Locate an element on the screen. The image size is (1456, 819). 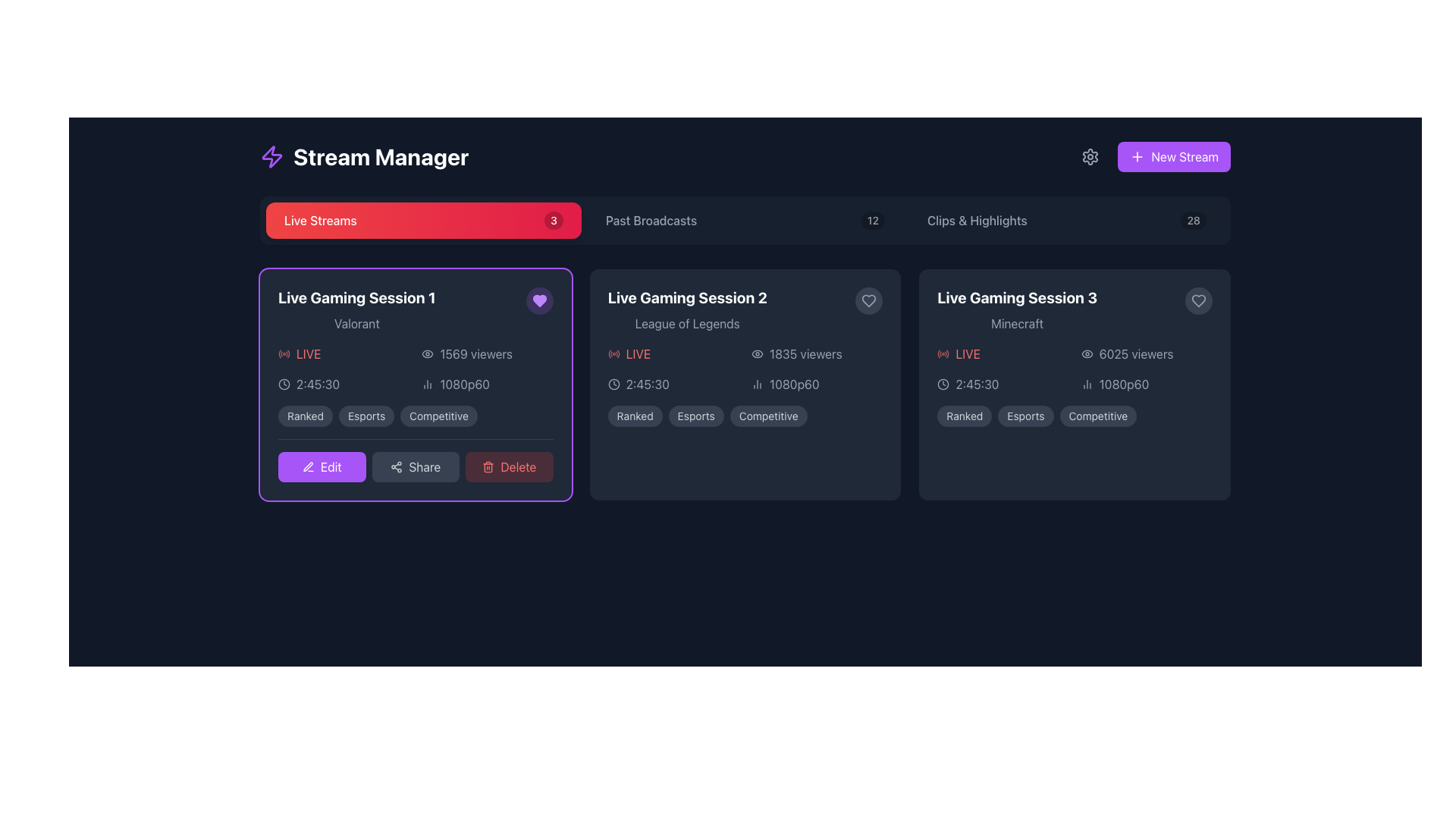
the small, rounded badge with the number '12' in white text, located within the 'Past Broadcasts' section of the header navigation bar is located at coordinates (873, 220).